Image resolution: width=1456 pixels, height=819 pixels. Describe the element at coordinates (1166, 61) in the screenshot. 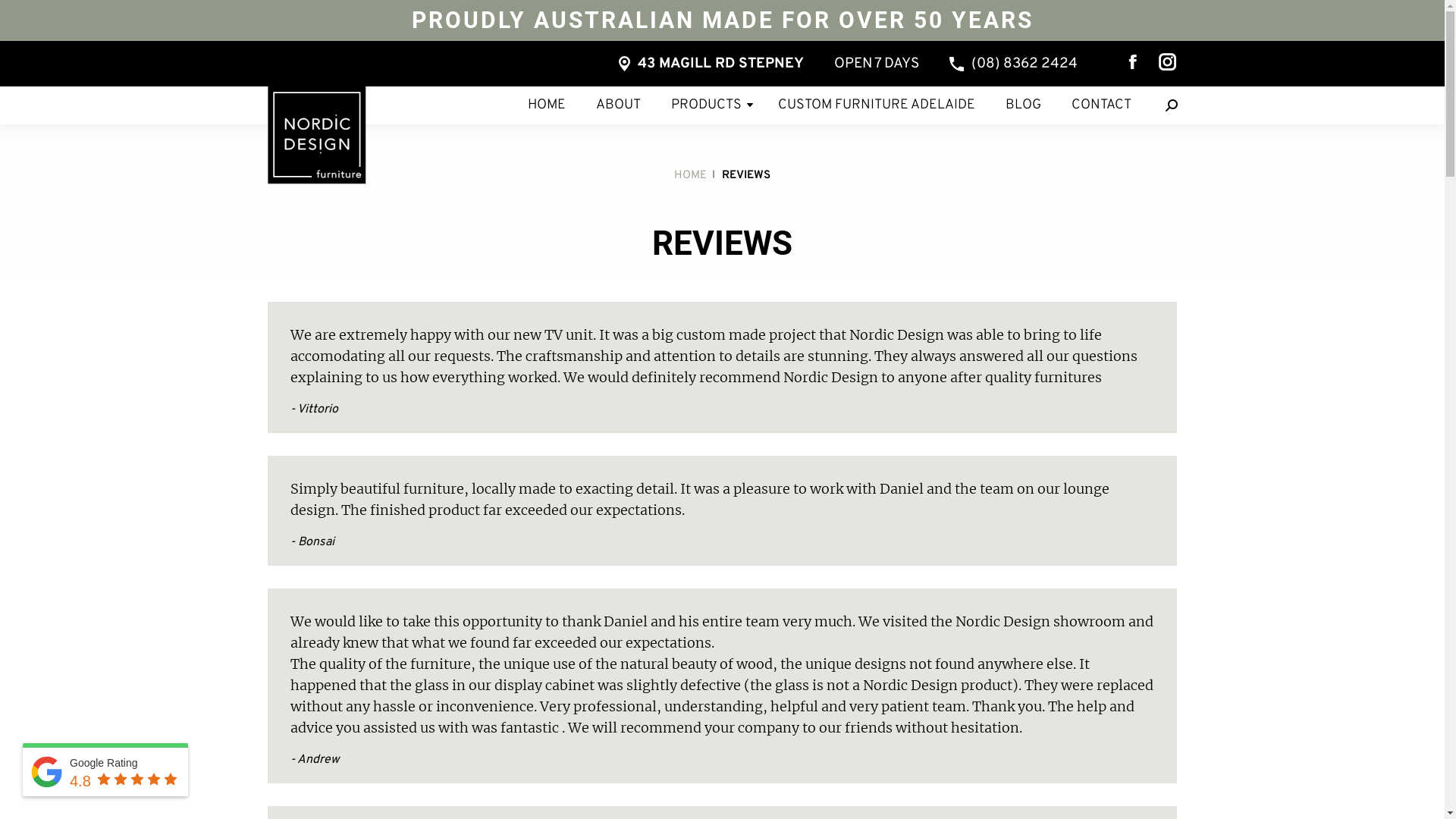

I see `'Instagram page opens in new window'` at that location.